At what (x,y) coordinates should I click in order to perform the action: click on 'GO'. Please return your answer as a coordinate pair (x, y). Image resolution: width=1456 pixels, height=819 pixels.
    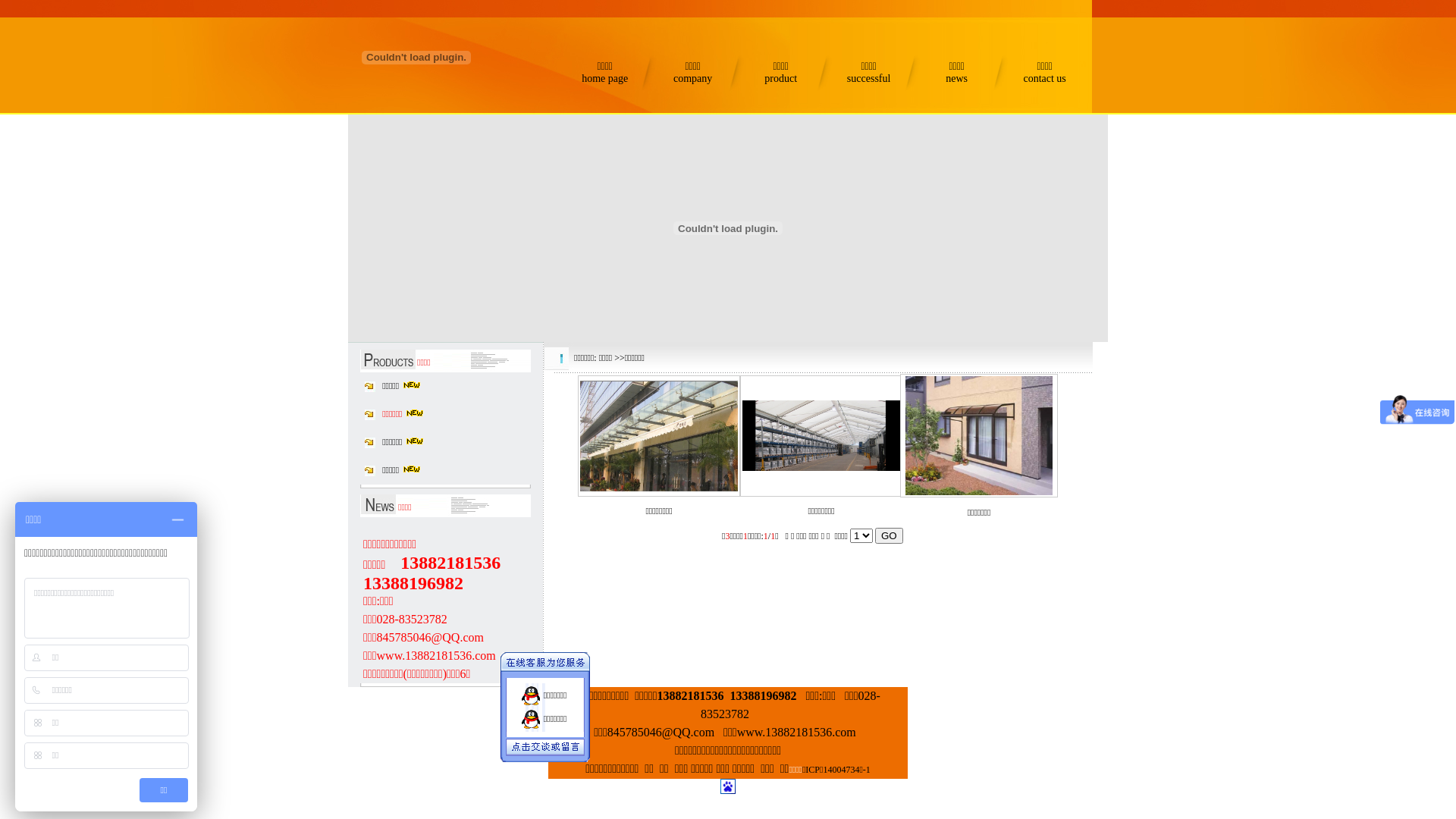
    Looking at the image, I should click on (889, 535).